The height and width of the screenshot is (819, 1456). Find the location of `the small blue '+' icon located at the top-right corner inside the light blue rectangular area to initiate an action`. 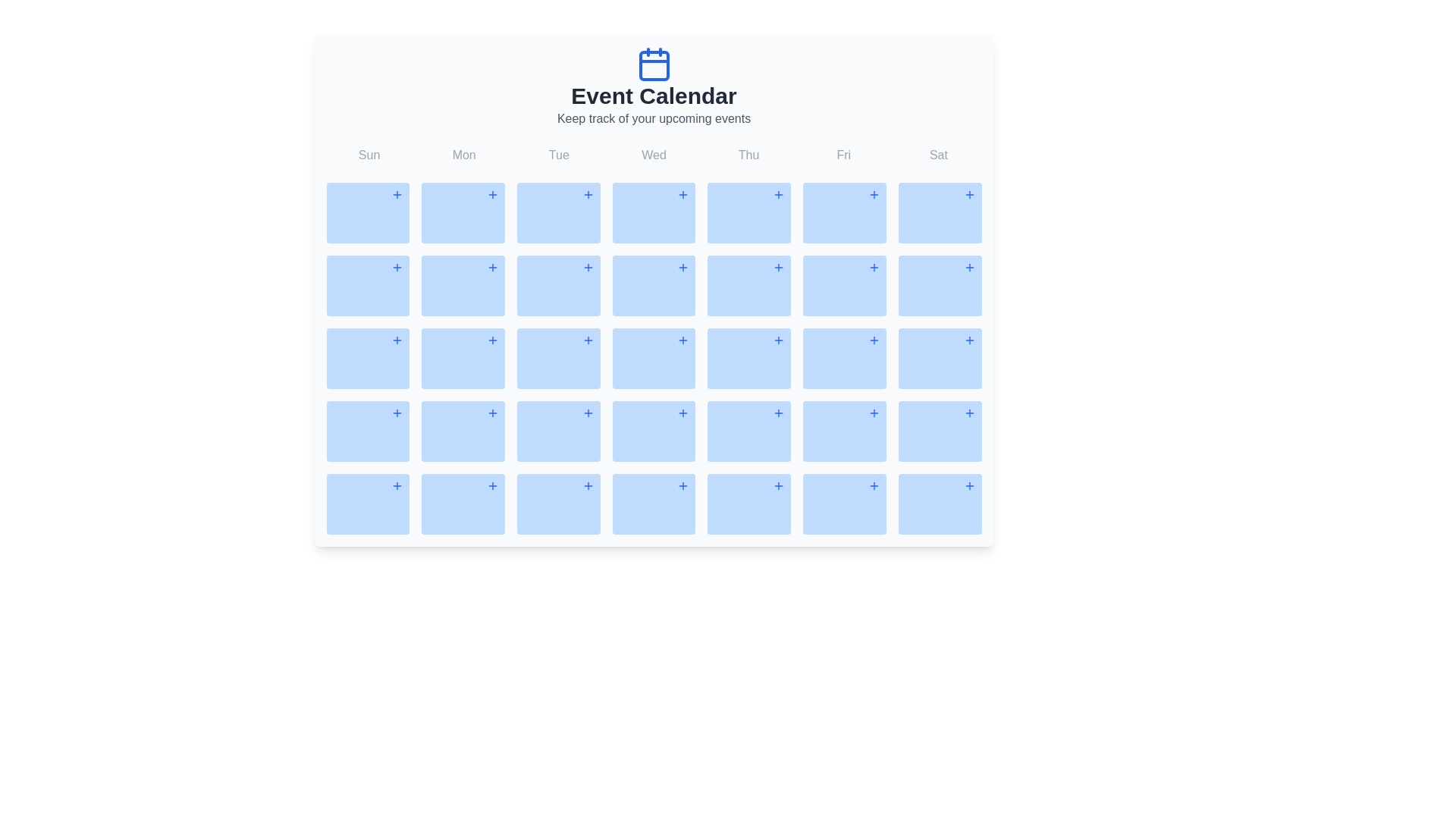

the small blue '+' icon located at the top-right corner inside the light blue rectangular area to initiate an action is located at coordinates (682, 485).